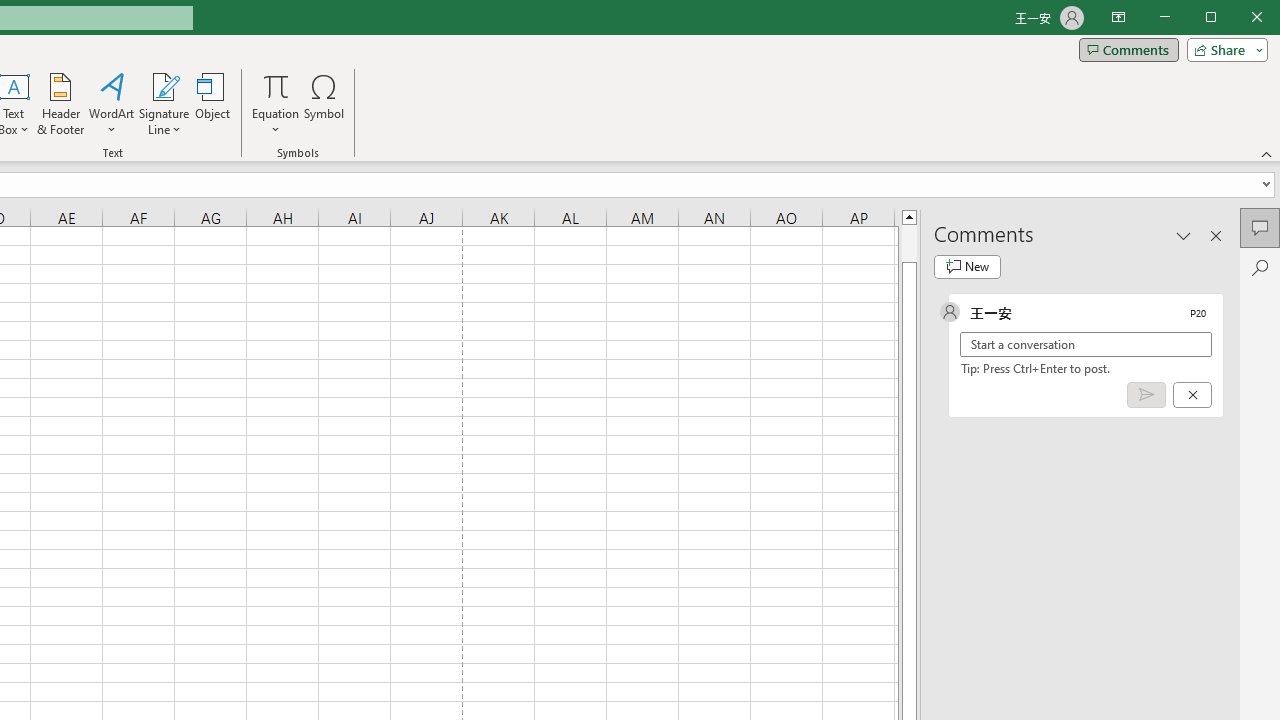 Image resolution: width=1280 pixels, height=720 pixels. I want to click on 'Signature Line', so click(164, 104).